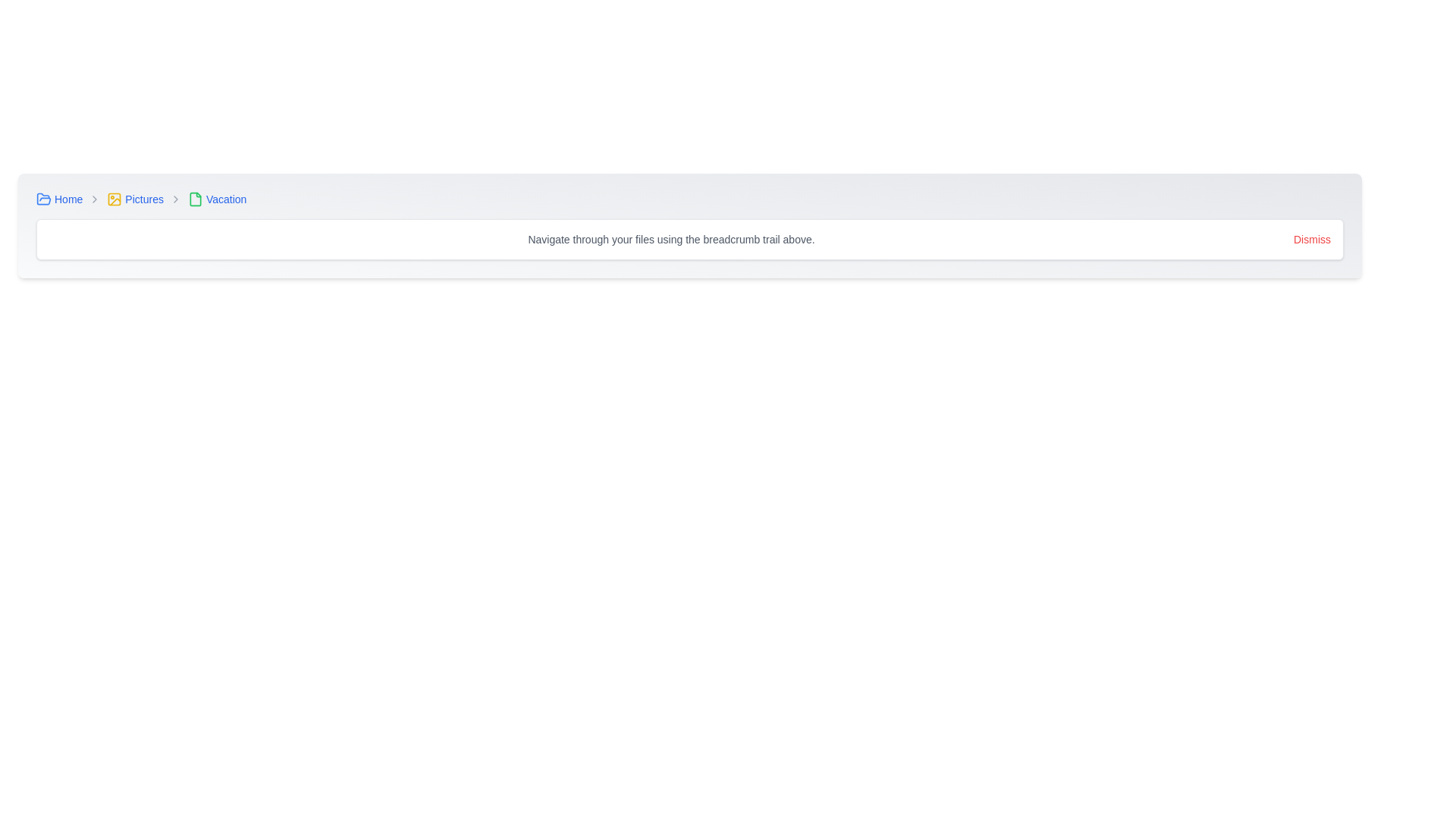 This screenshot has width=1456, height=819. I want to click on the breadcrumb navigation item labeled 'Pictures' which is represented by a yellow icon and blue text, so click(135, 198).